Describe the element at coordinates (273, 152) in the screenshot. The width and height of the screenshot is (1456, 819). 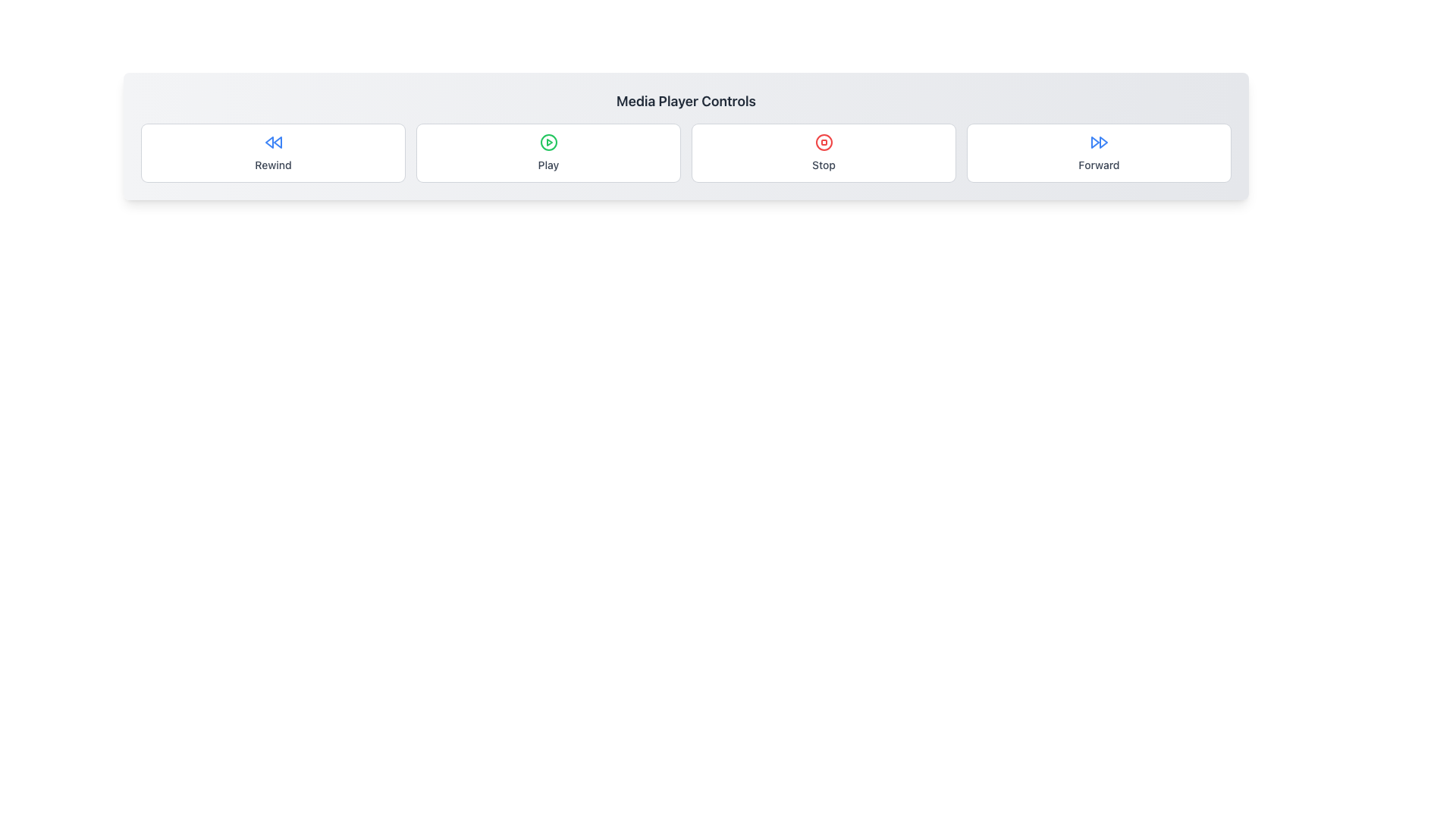
I see `the 'Rewind' button` at that location.